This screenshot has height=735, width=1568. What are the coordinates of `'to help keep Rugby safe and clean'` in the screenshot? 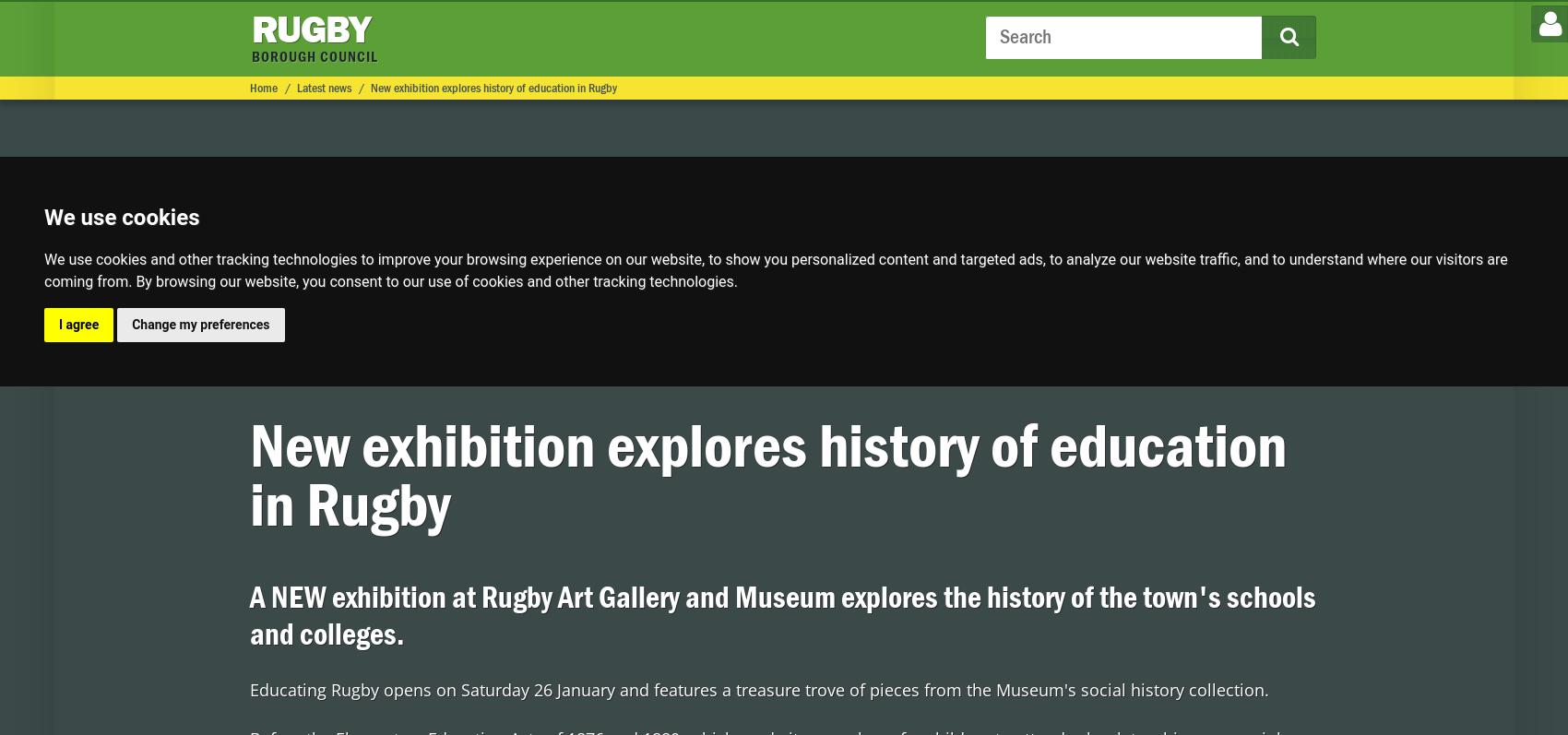 It's located at (1225, 22).